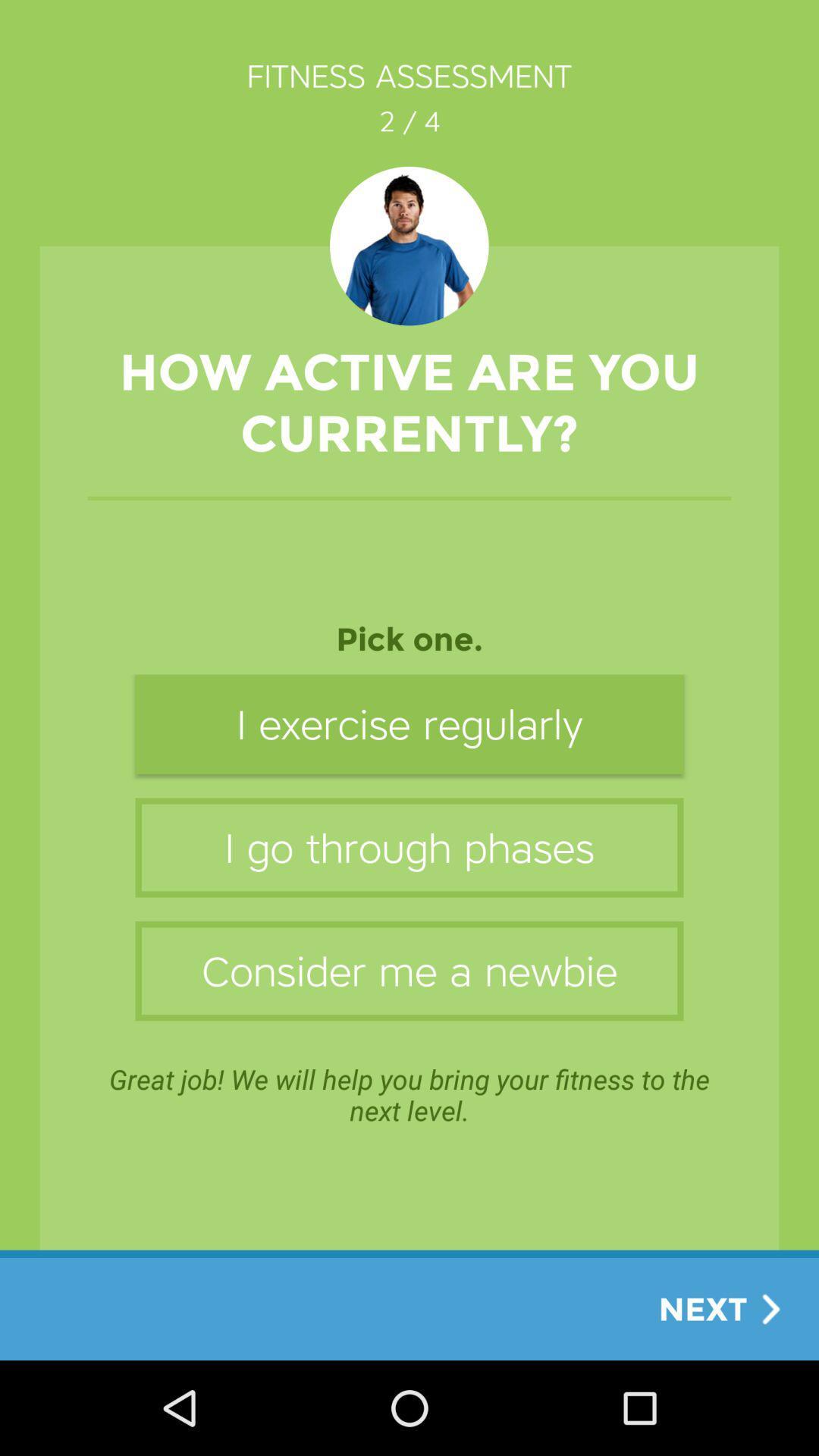 Image resolution: width=819 pixels, height=1456 pixels. I want to click on i go through icon, so click(409, 846).